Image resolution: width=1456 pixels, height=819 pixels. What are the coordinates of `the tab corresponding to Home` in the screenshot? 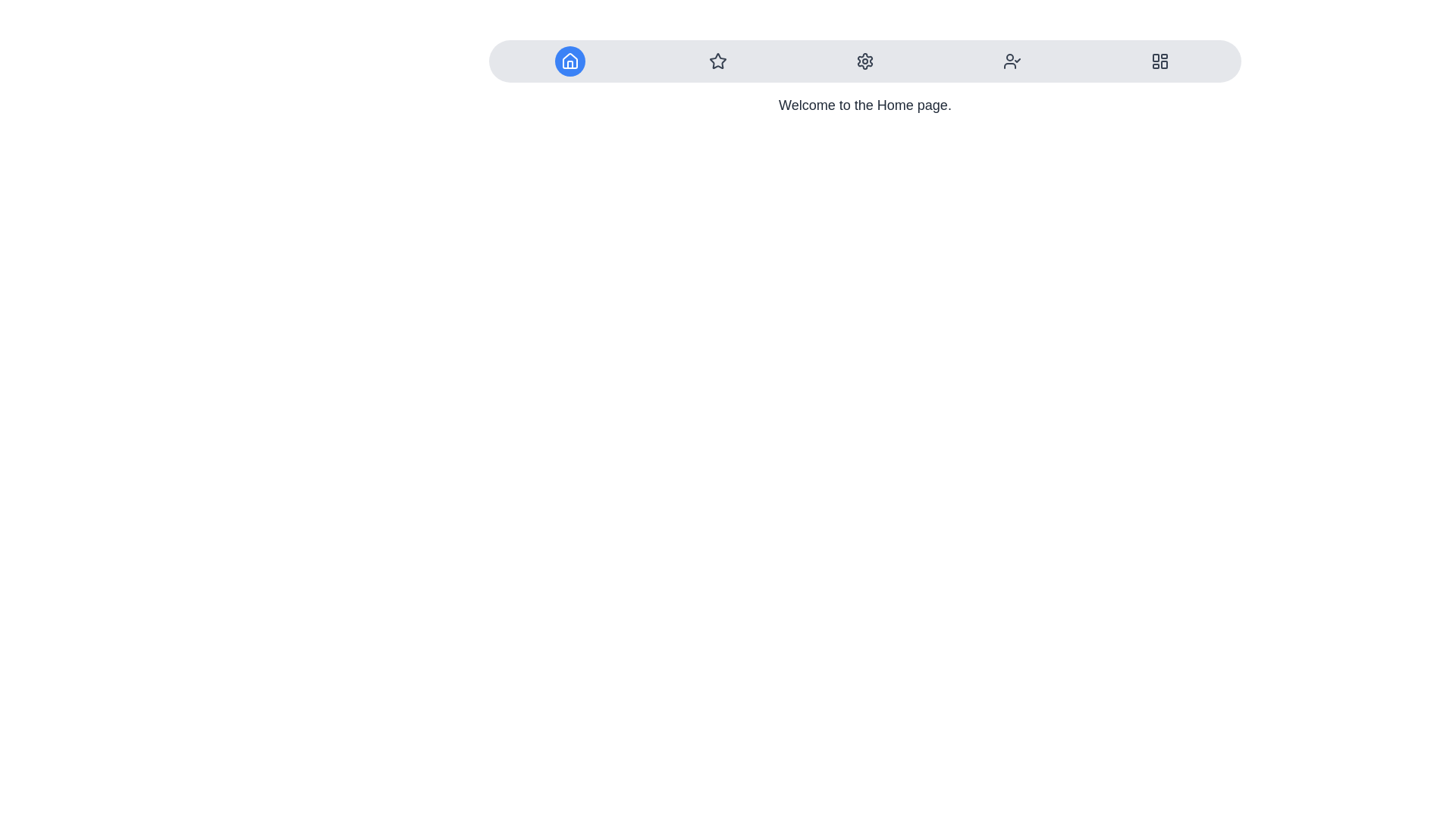 It's located at (570, 61).